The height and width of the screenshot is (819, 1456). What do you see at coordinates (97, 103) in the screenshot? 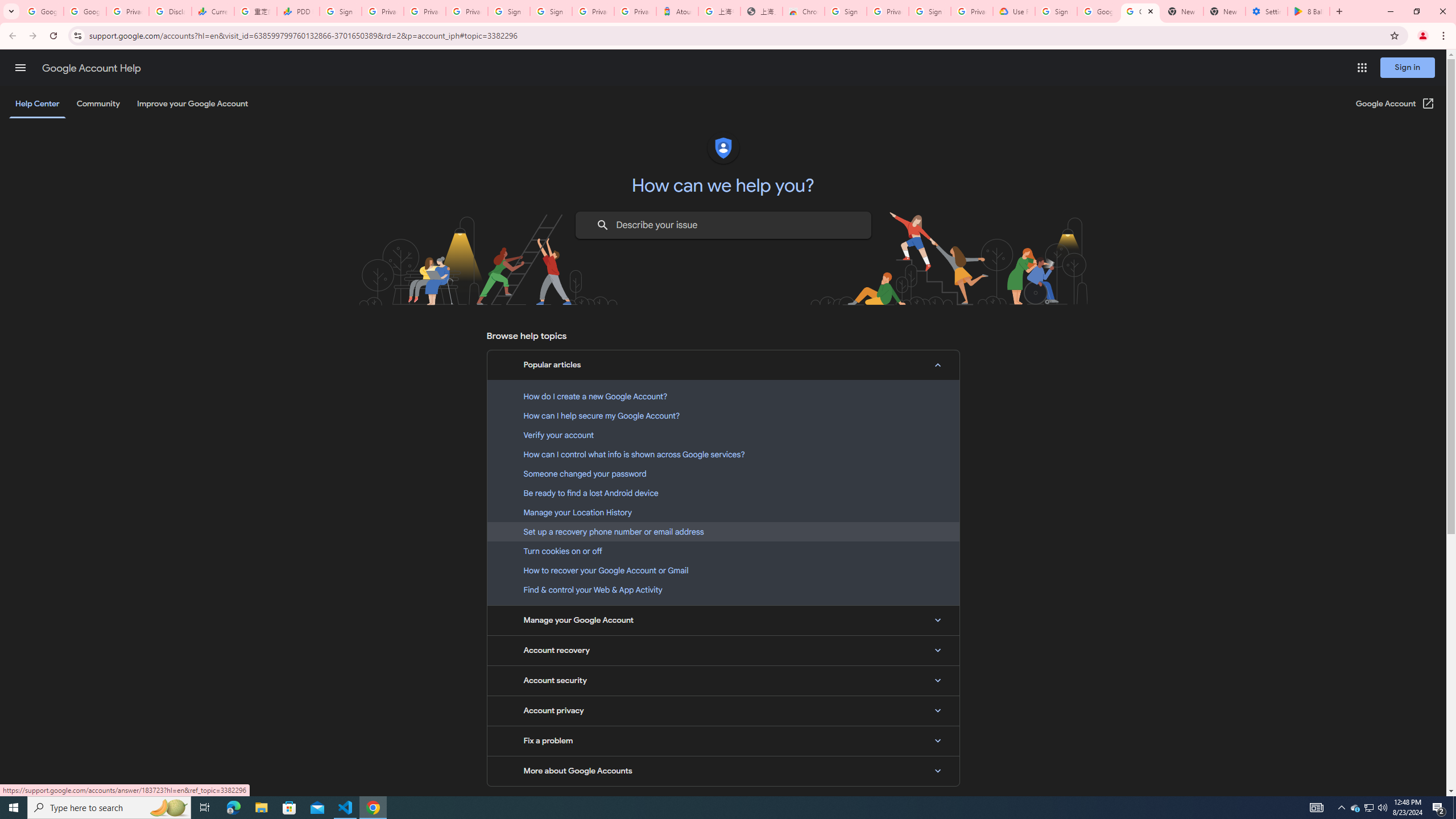
I see `'Community'` at bounding box center [97, 103].